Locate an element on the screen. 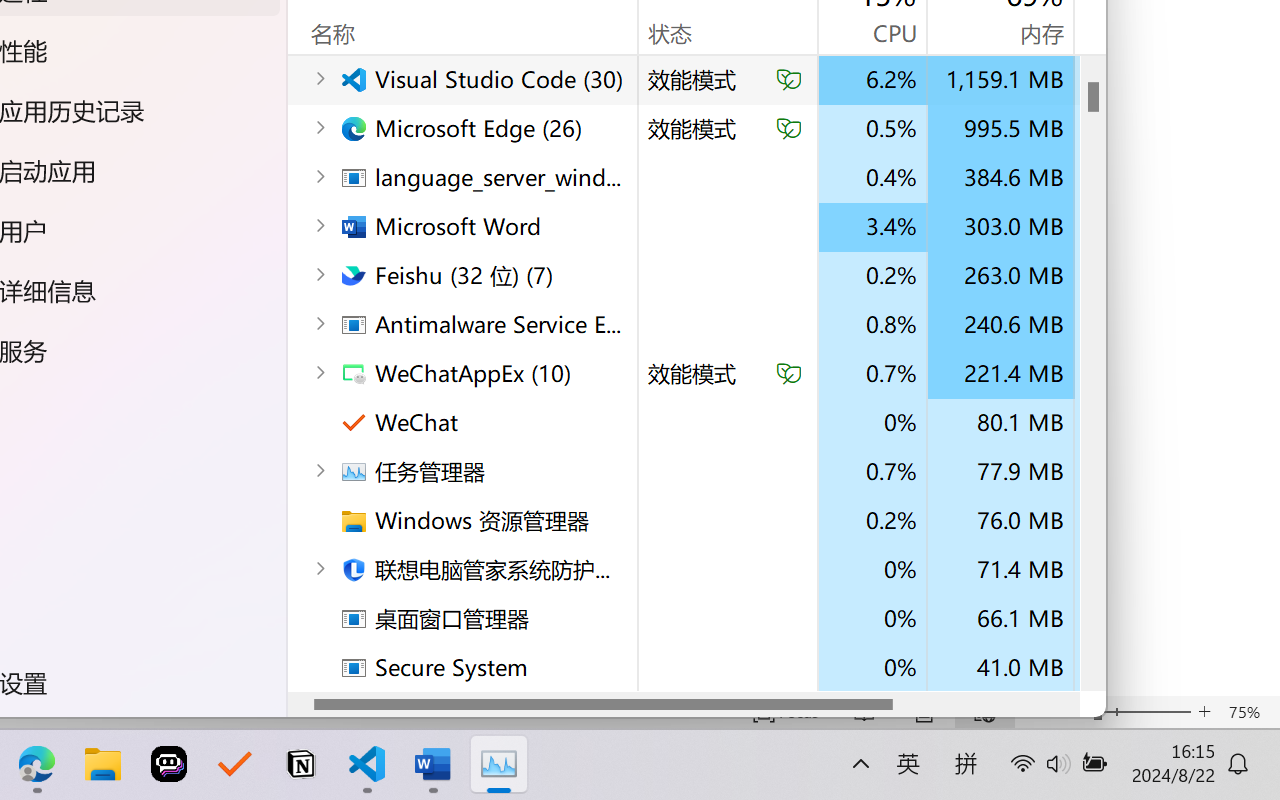  'Notion' is located at coordinates (299, 764).